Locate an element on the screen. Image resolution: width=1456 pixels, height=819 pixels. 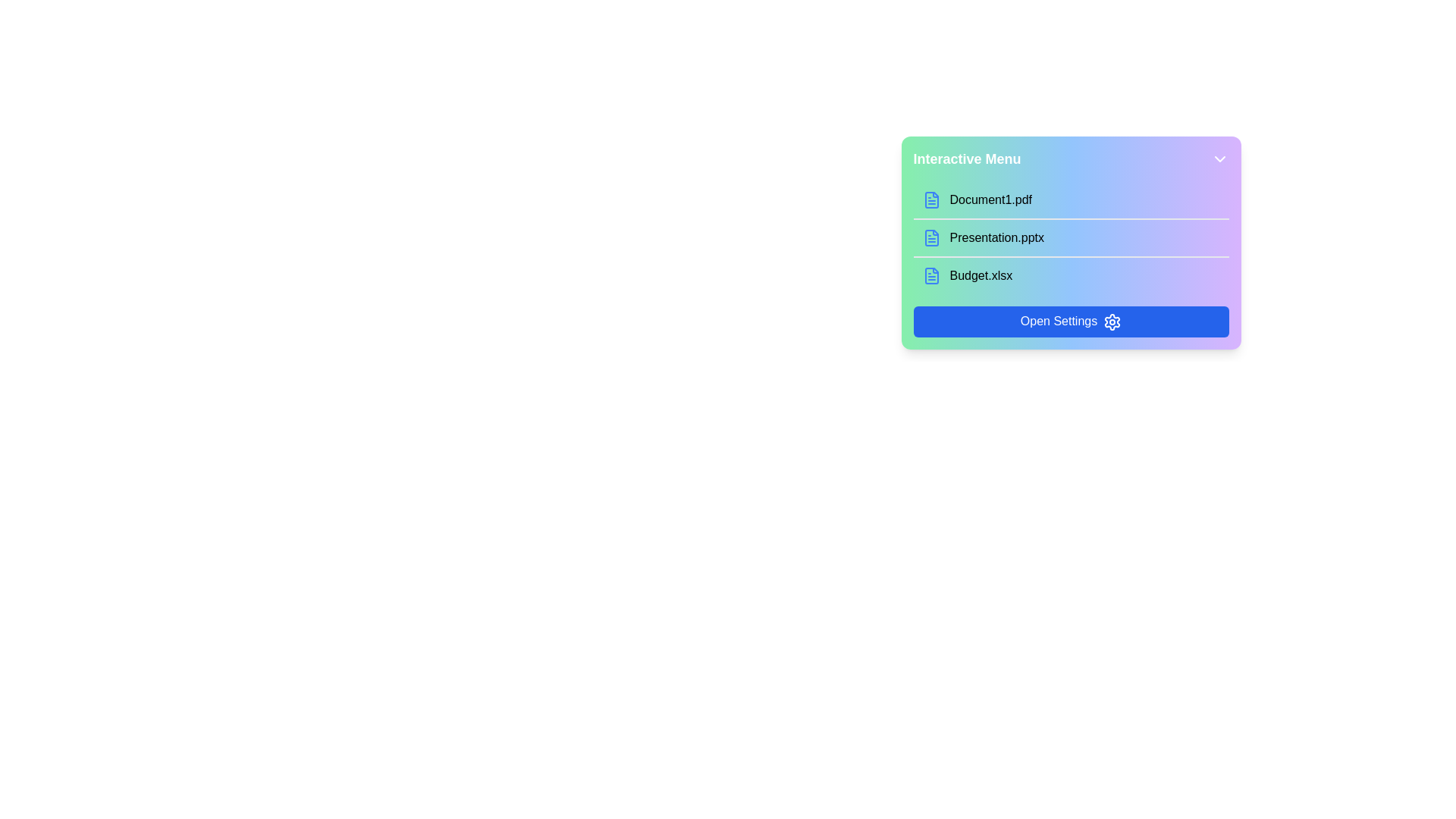
the blue rectangular button labeled 'Open Settings' which contains the settings gear icon, located towards the bottom-right of the interface is located at coordinates (1112, 321).